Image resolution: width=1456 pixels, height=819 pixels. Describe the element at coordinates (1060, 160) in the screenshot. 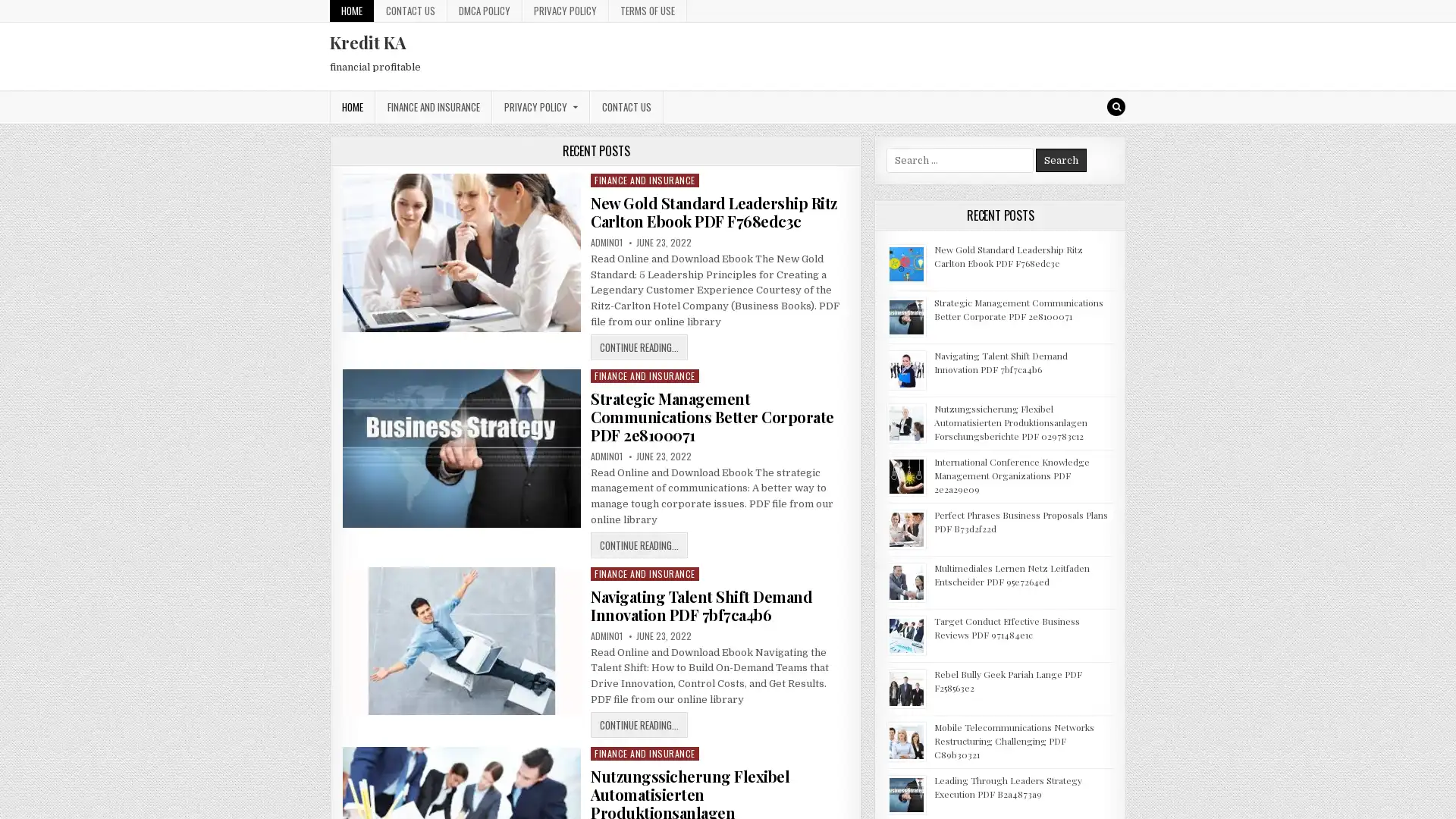

I see `Search` at that location.